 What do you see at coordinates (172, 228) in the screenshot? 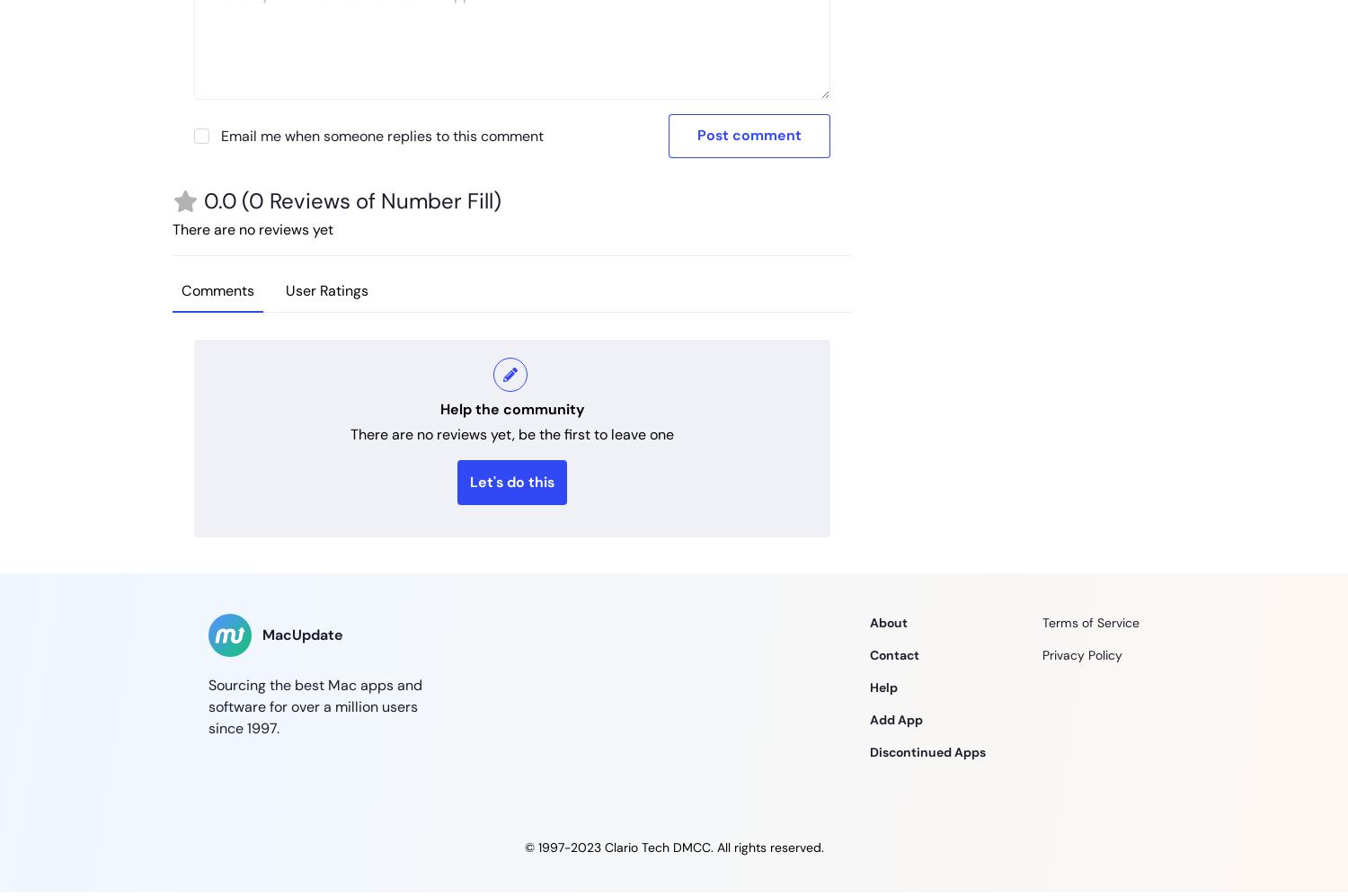
I see `'There are no reviews yet'` at bounding box center [172, 228].